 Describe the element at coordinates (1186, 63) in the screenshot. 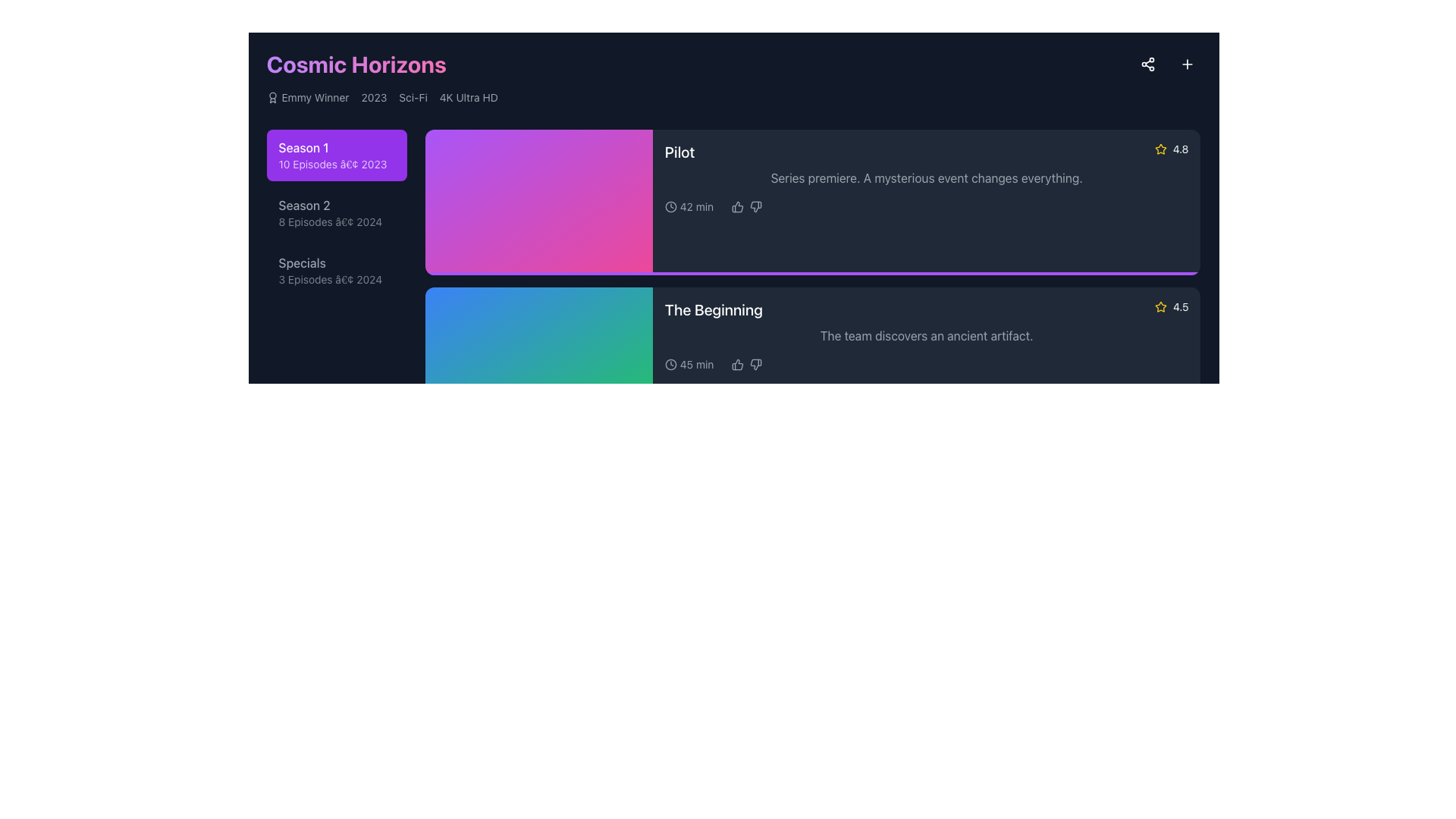

I see `the add button located at the top-right corner of the interface` at that location.